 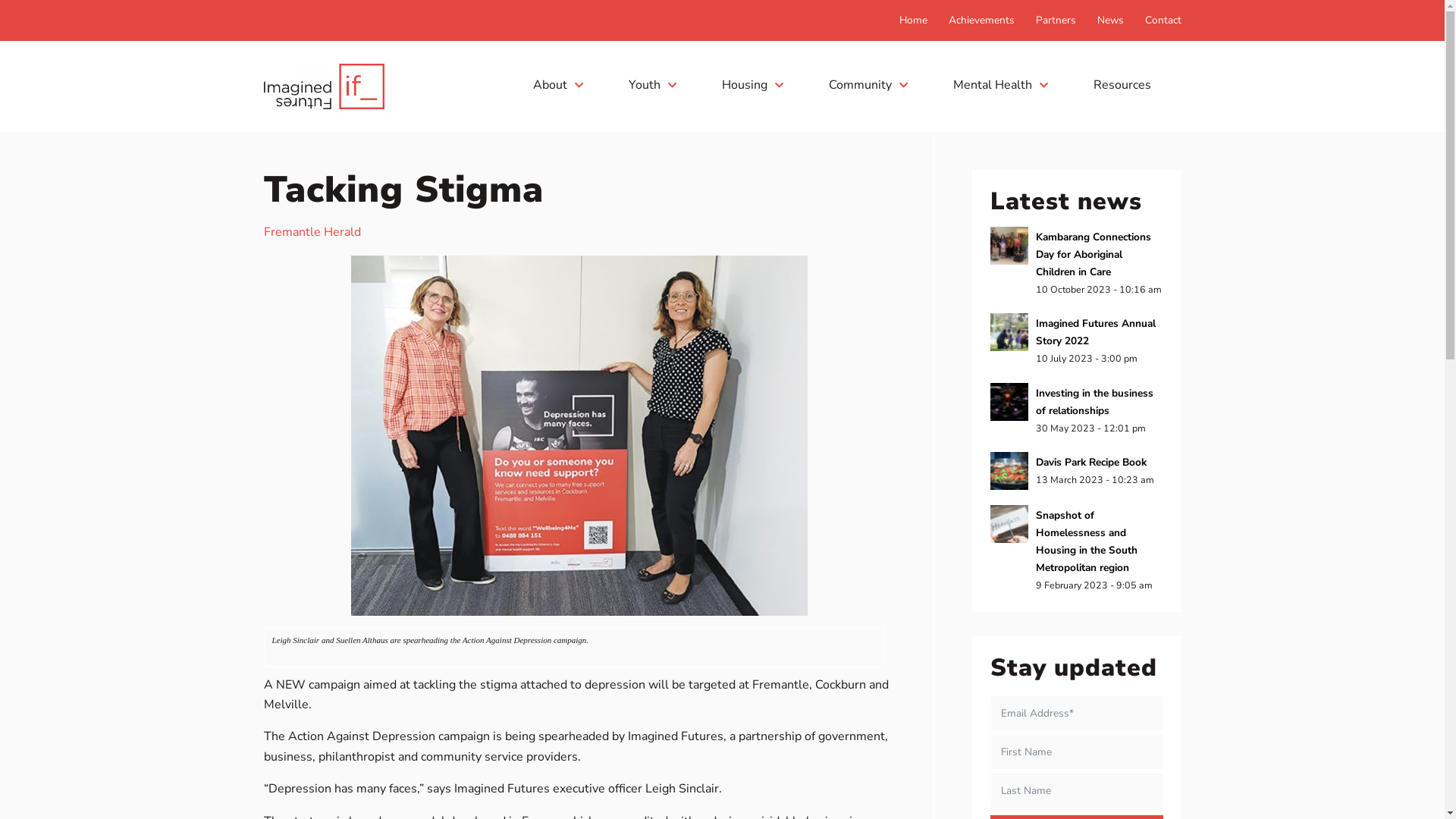 I want to click on 'Partners', so click(x=1055, y=20).